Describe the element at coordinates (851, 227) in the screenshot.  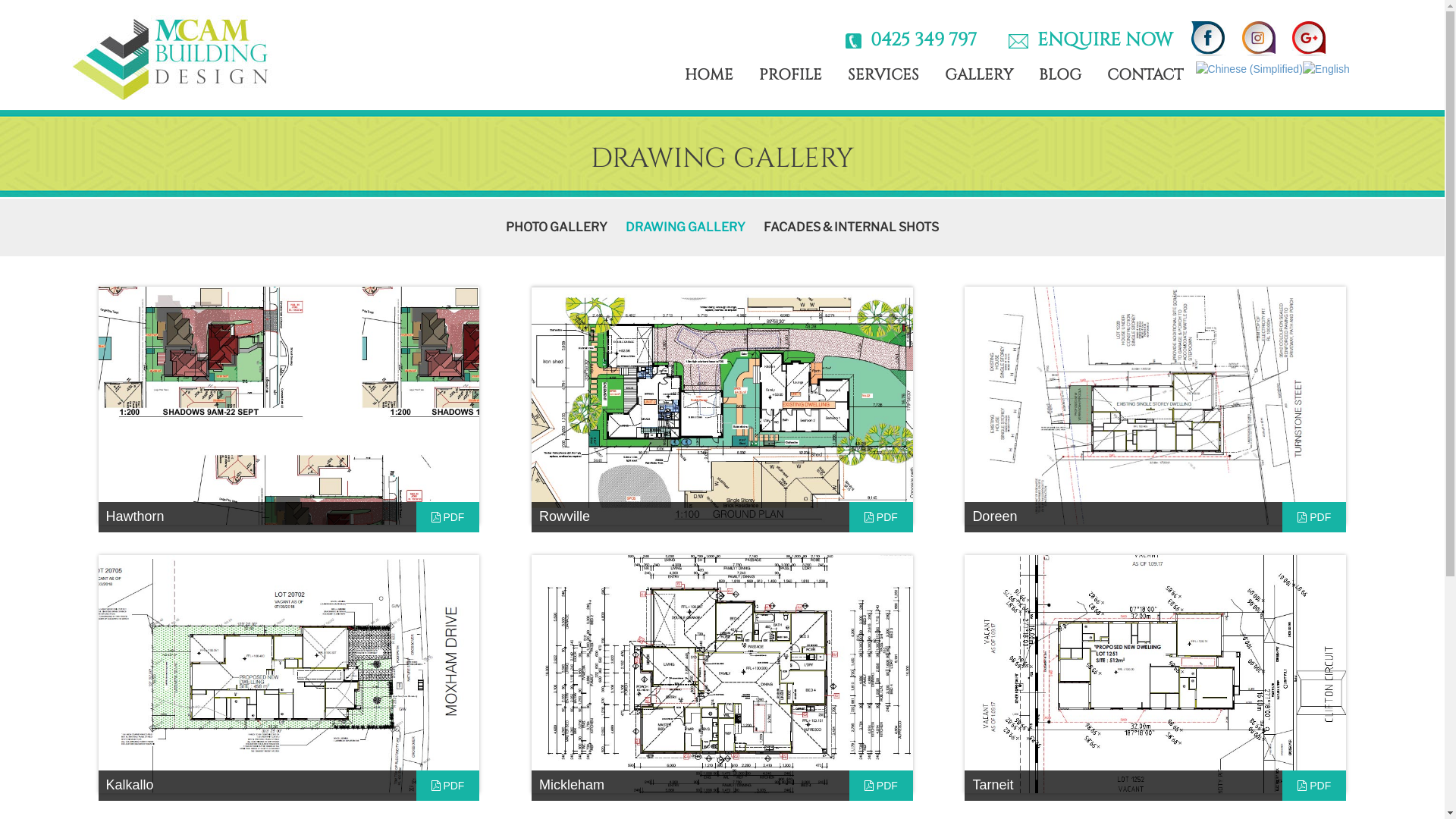
I see `'FACADES & INTERNAL SHOTS'` at that location.